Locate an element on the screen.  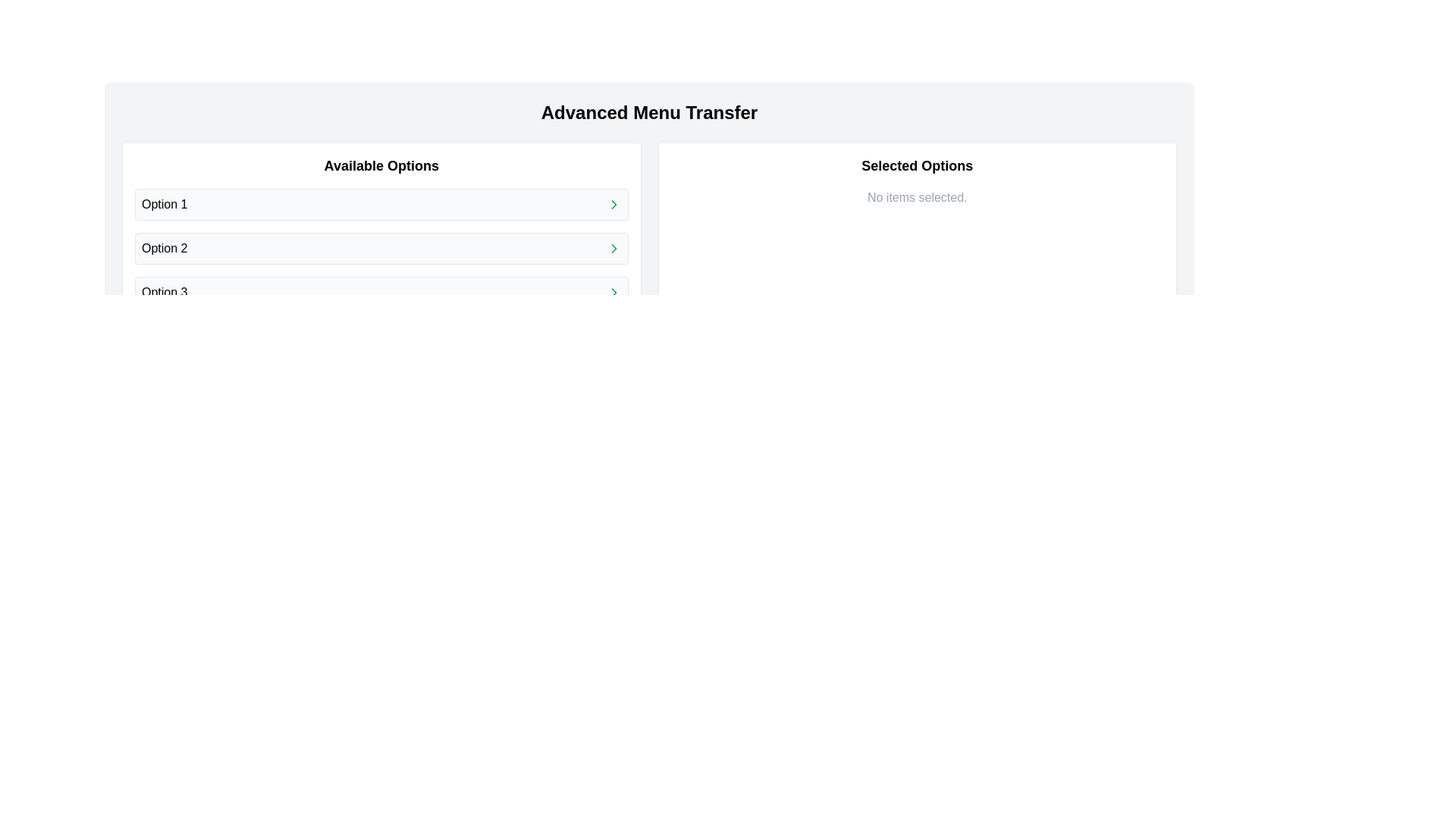
the 'Option 2' button in the vertical list of 'Available Options' is located at coordinates (381, 247).